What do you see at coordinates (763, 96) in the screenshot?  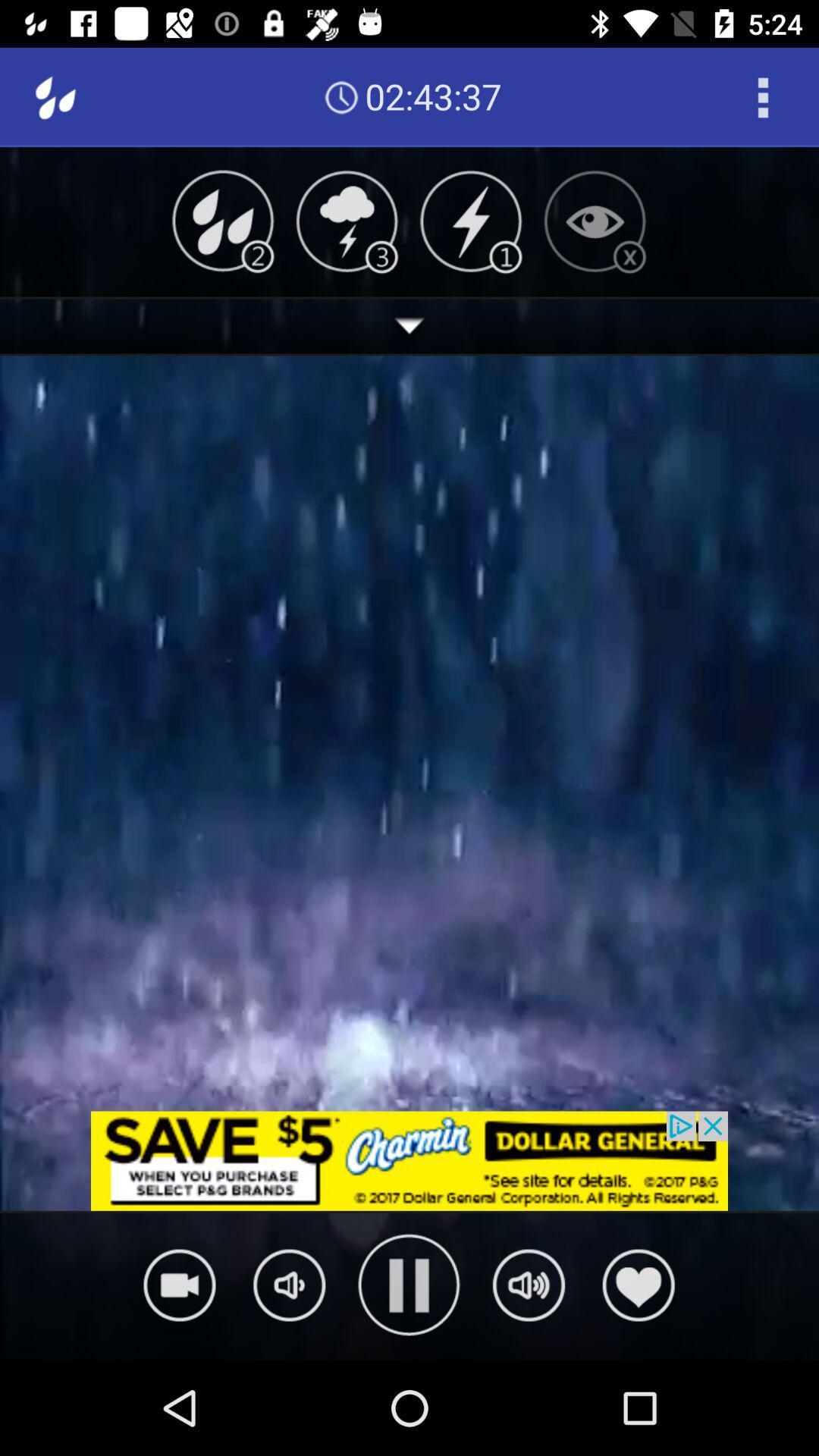 I see `the more icon` at bounding box center [763, 96].